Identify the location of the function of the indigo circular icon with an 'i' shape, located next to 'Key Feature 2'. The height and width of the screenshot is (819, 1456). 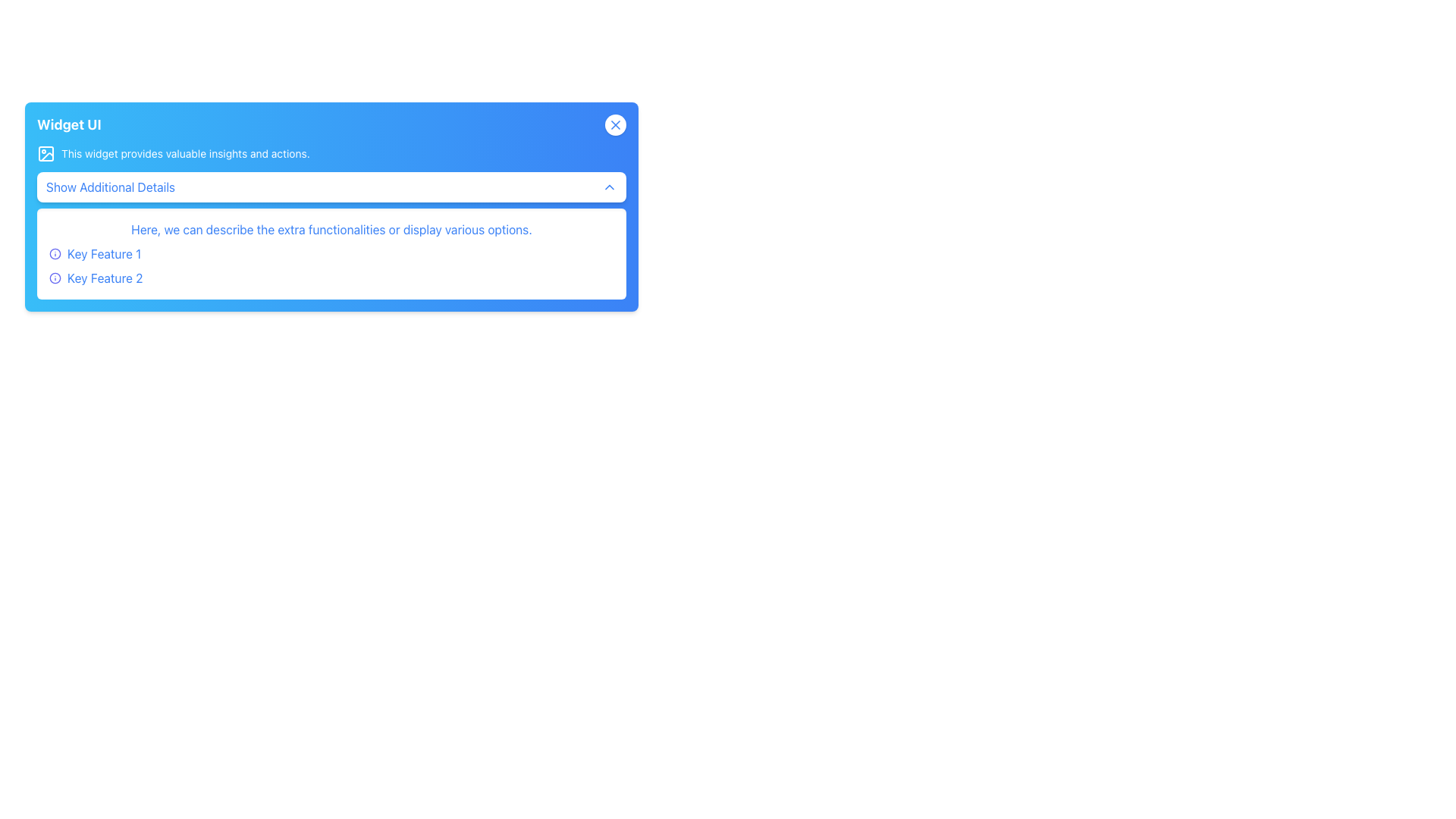
(55, 278).